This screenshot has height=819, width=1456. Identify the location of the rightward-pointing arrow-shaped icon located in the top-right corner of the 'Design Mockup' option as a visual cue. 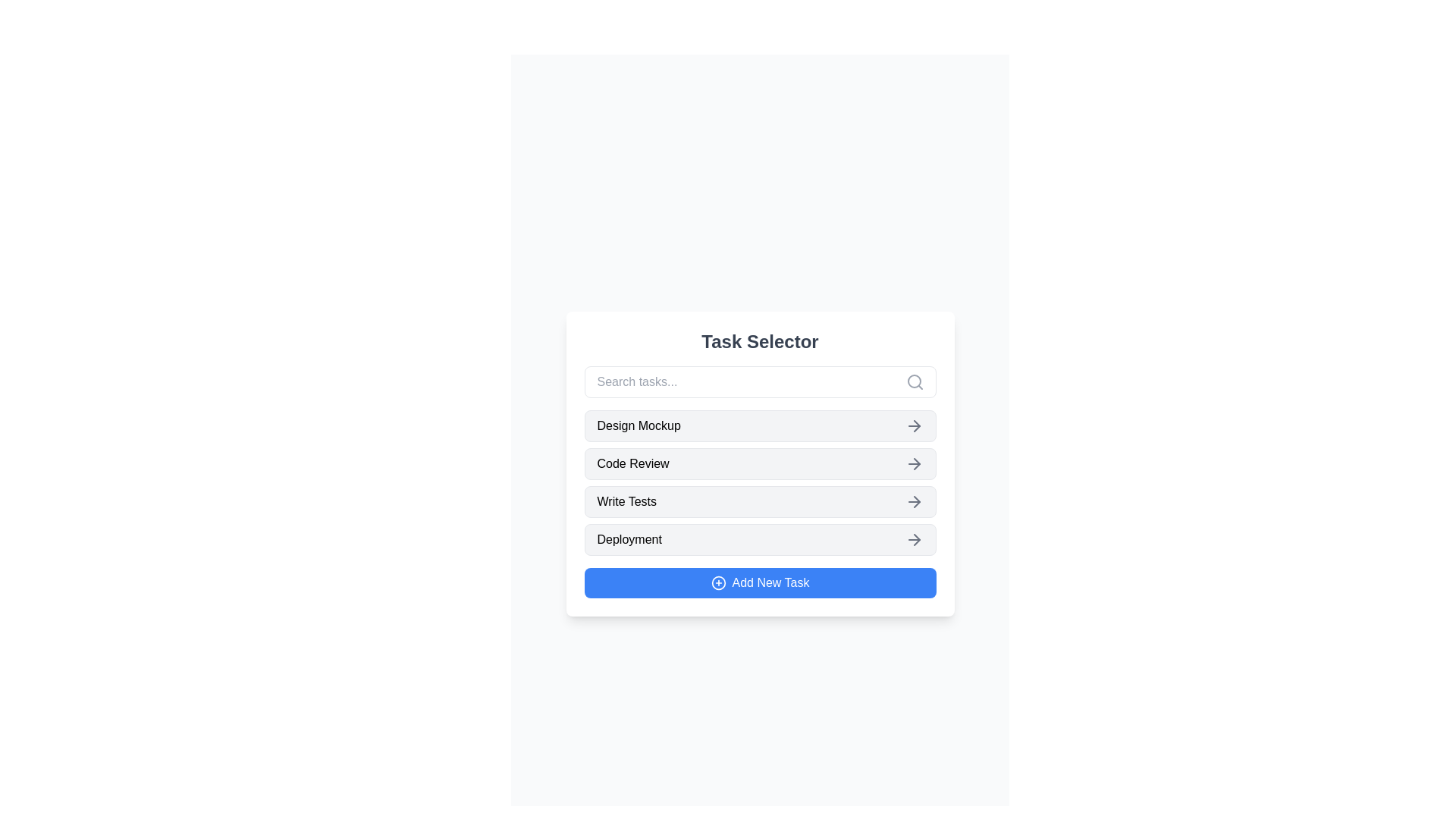
(916, 426).